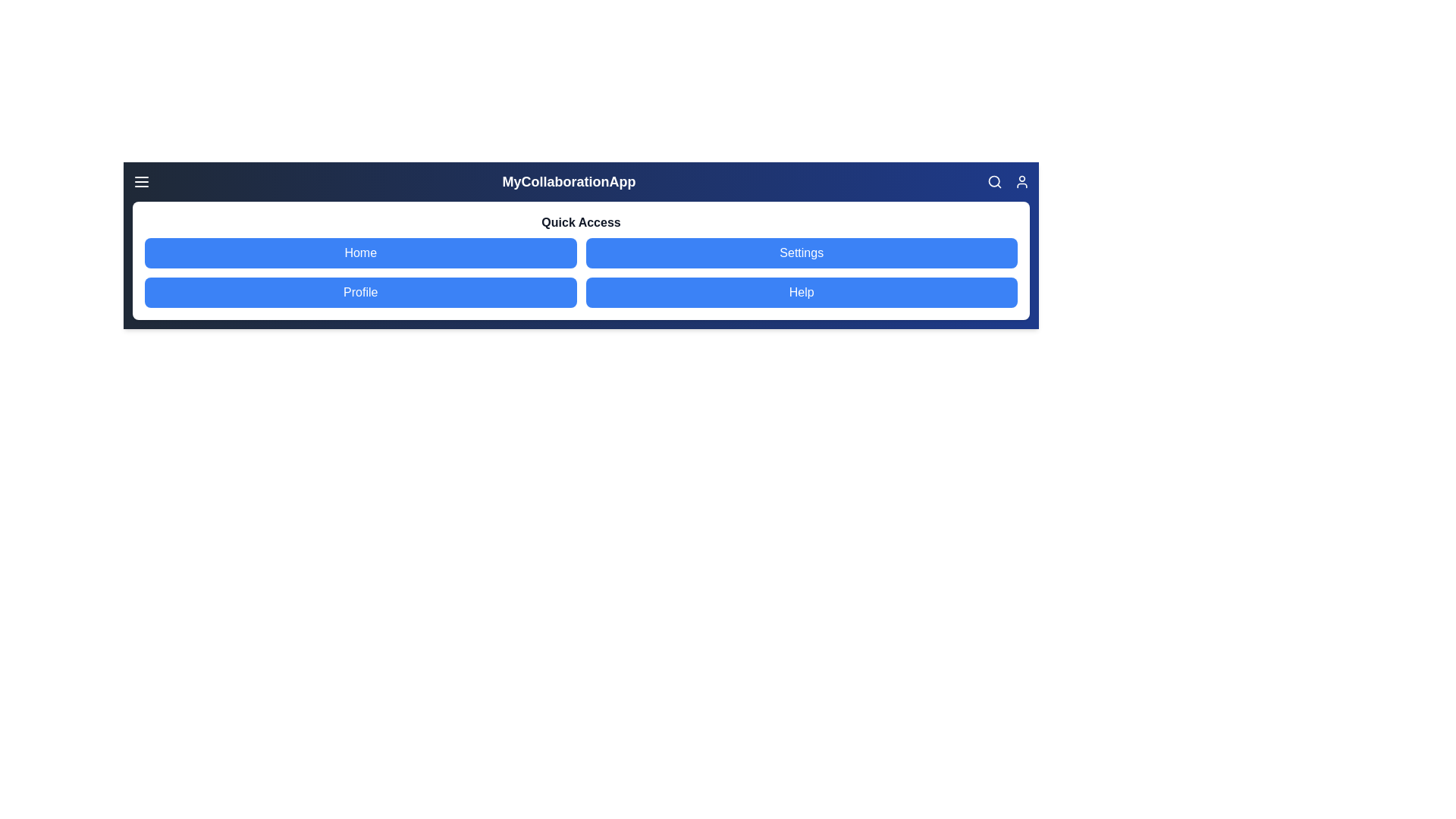  I want to click on the Help button in the quick access section, so click(801, 292).